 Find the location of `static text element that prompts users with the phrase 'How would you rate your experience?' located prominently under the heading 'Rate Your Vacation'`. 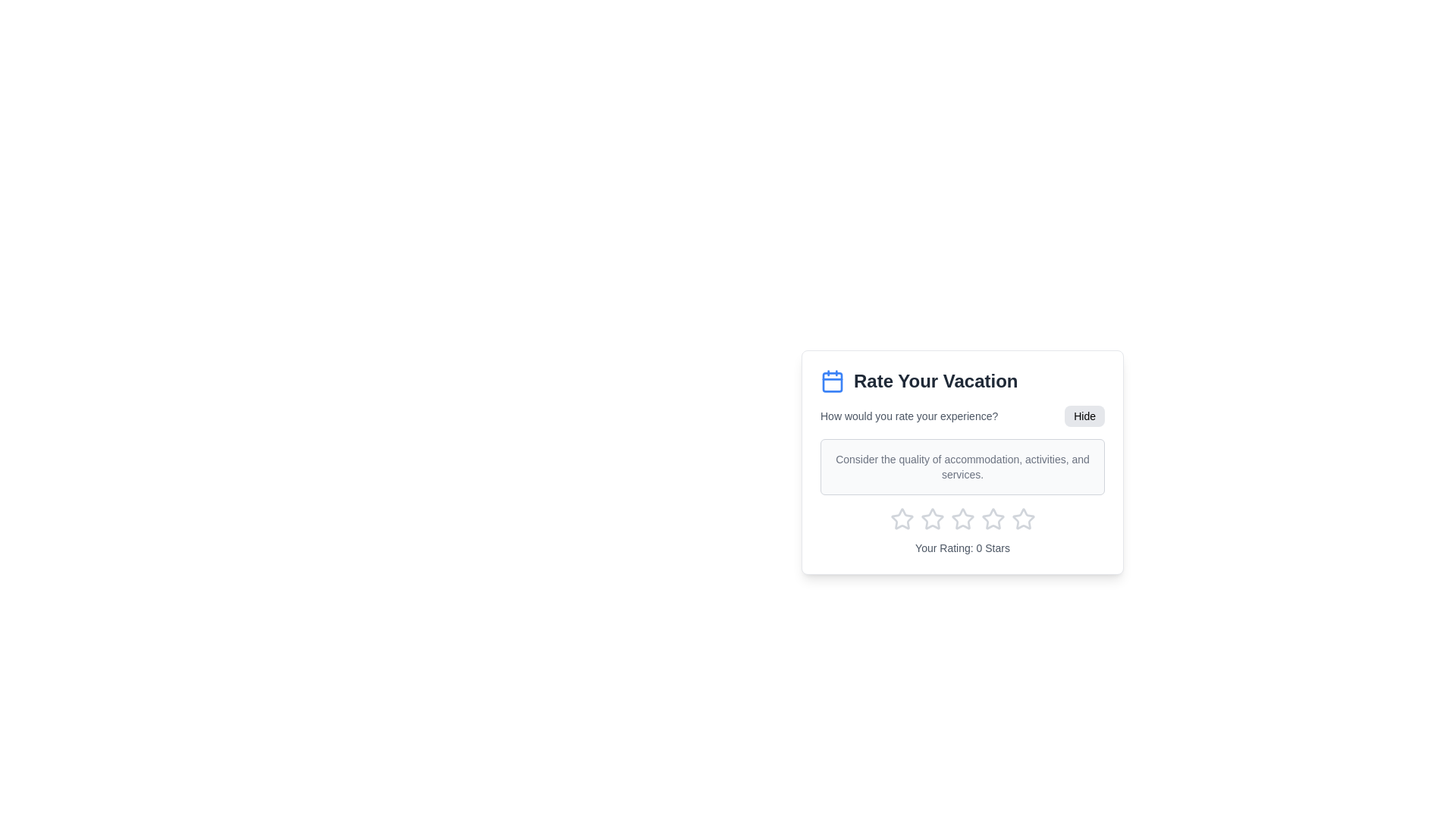

static text element that prompts users with the phrase 'How would you rate your experience?' located prominently under the heading 'Rate Your Vacation' is located at coordinates (909, 416).